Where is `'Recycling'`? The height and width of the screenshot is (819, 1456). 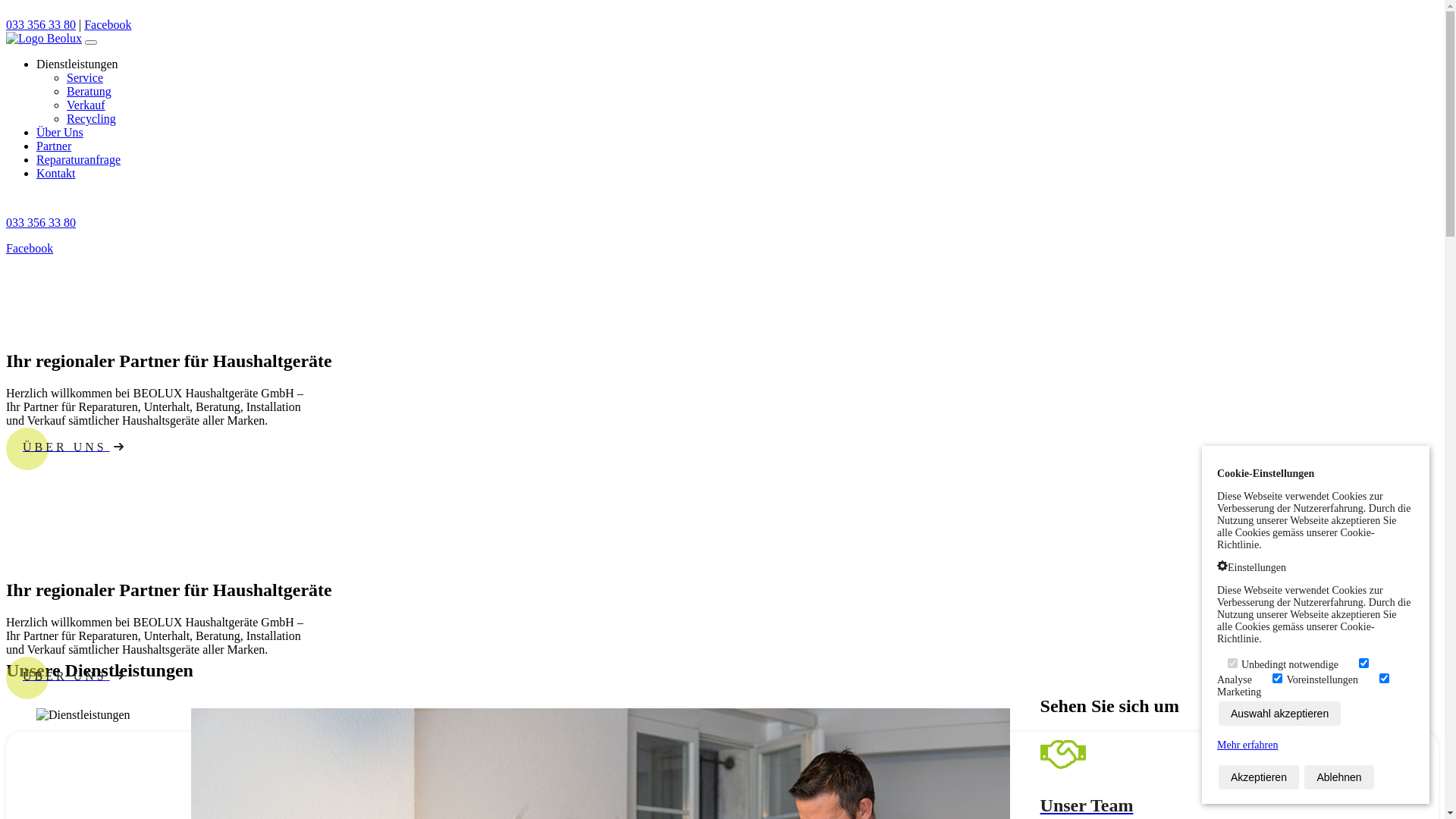
'Recycling' is located at coordinates (90, 118).